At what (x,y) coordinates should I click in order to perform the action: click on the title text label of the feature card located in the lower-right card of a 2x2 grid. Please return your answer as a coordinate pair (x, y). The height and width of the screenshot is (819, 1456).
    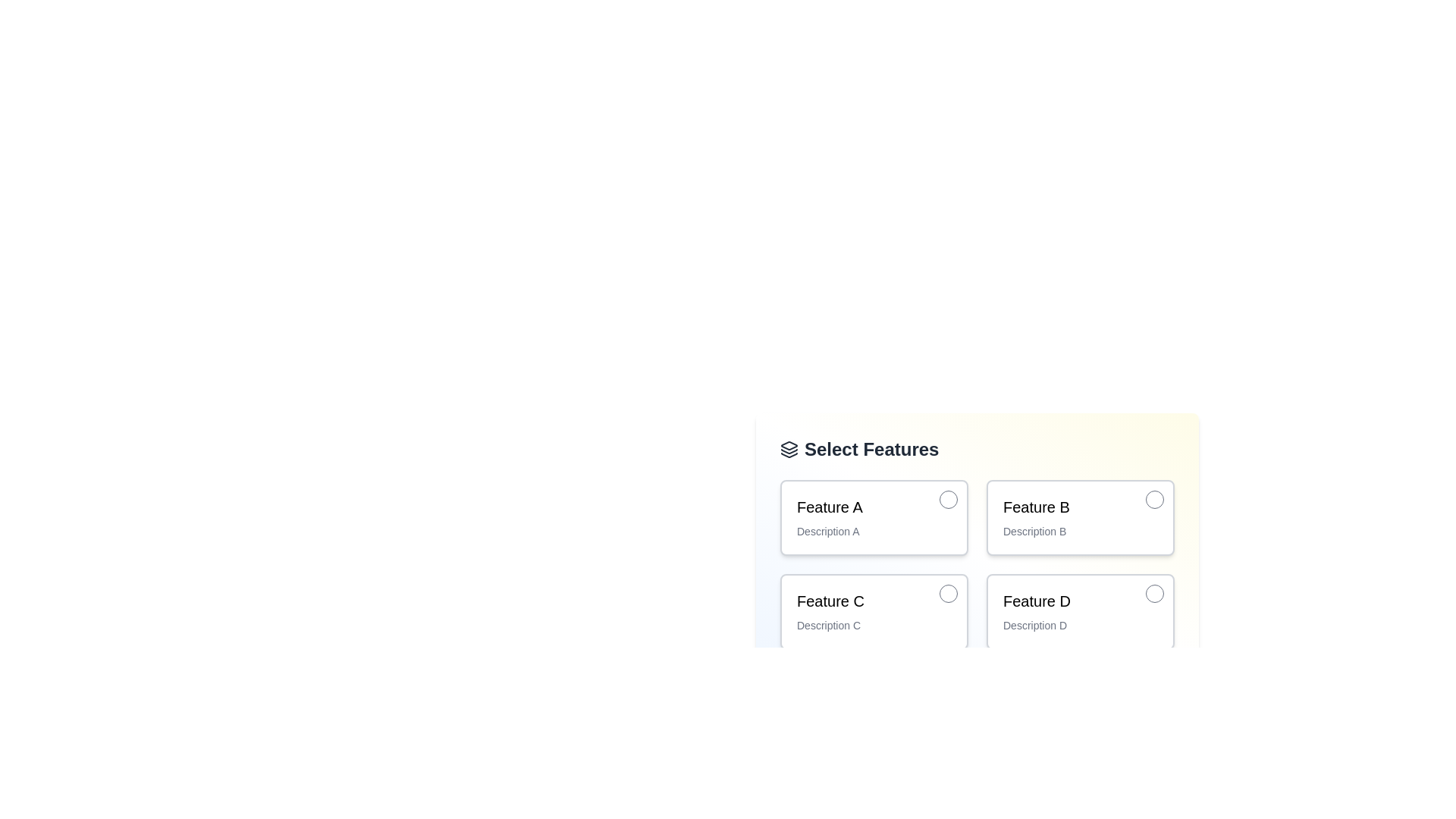
    Looking at the image, I should click on (1080, 601).